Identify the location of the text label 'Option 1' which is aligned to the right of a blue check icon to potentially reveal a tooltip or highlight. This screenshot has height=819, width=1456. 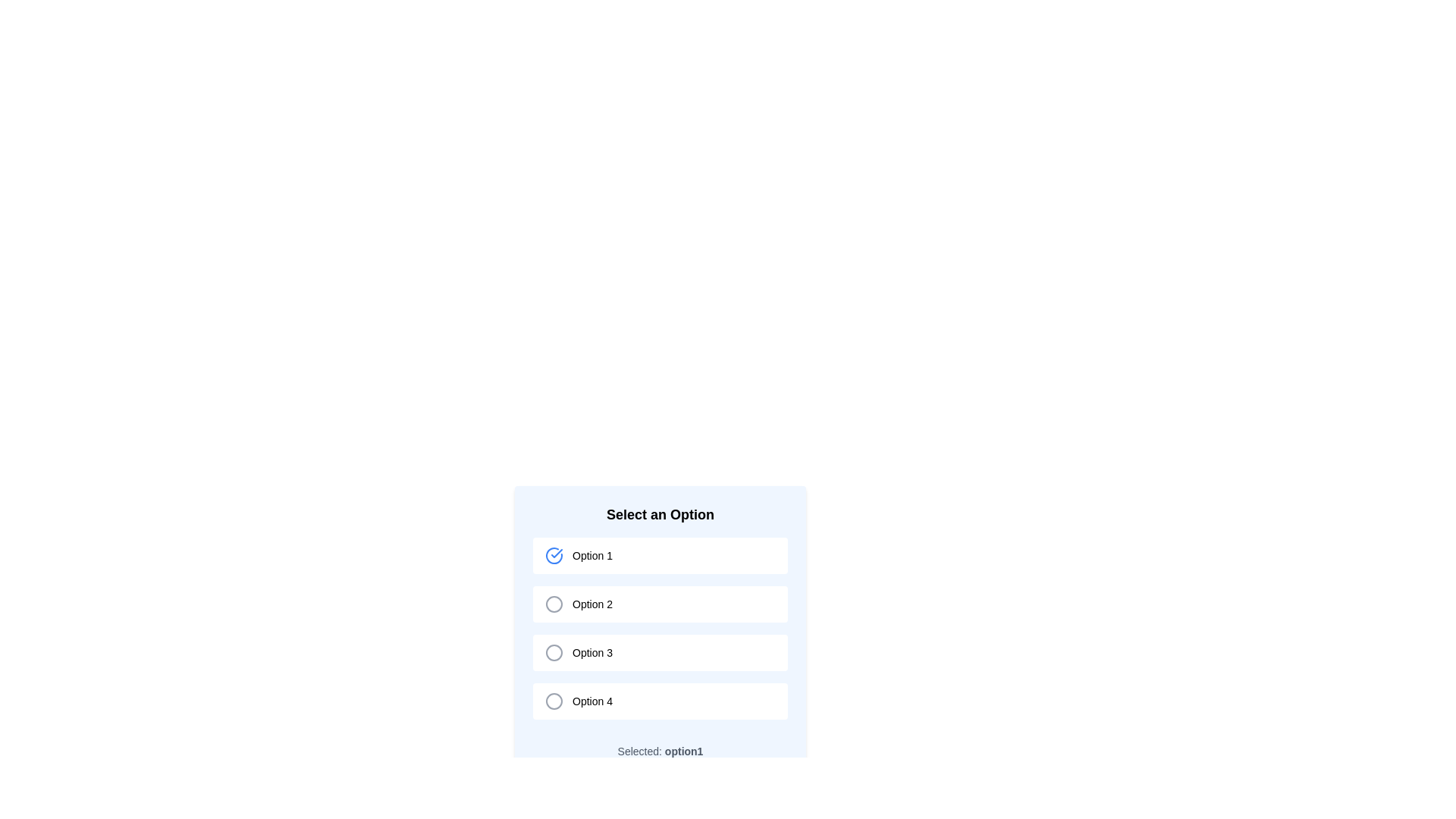
(591, 555).